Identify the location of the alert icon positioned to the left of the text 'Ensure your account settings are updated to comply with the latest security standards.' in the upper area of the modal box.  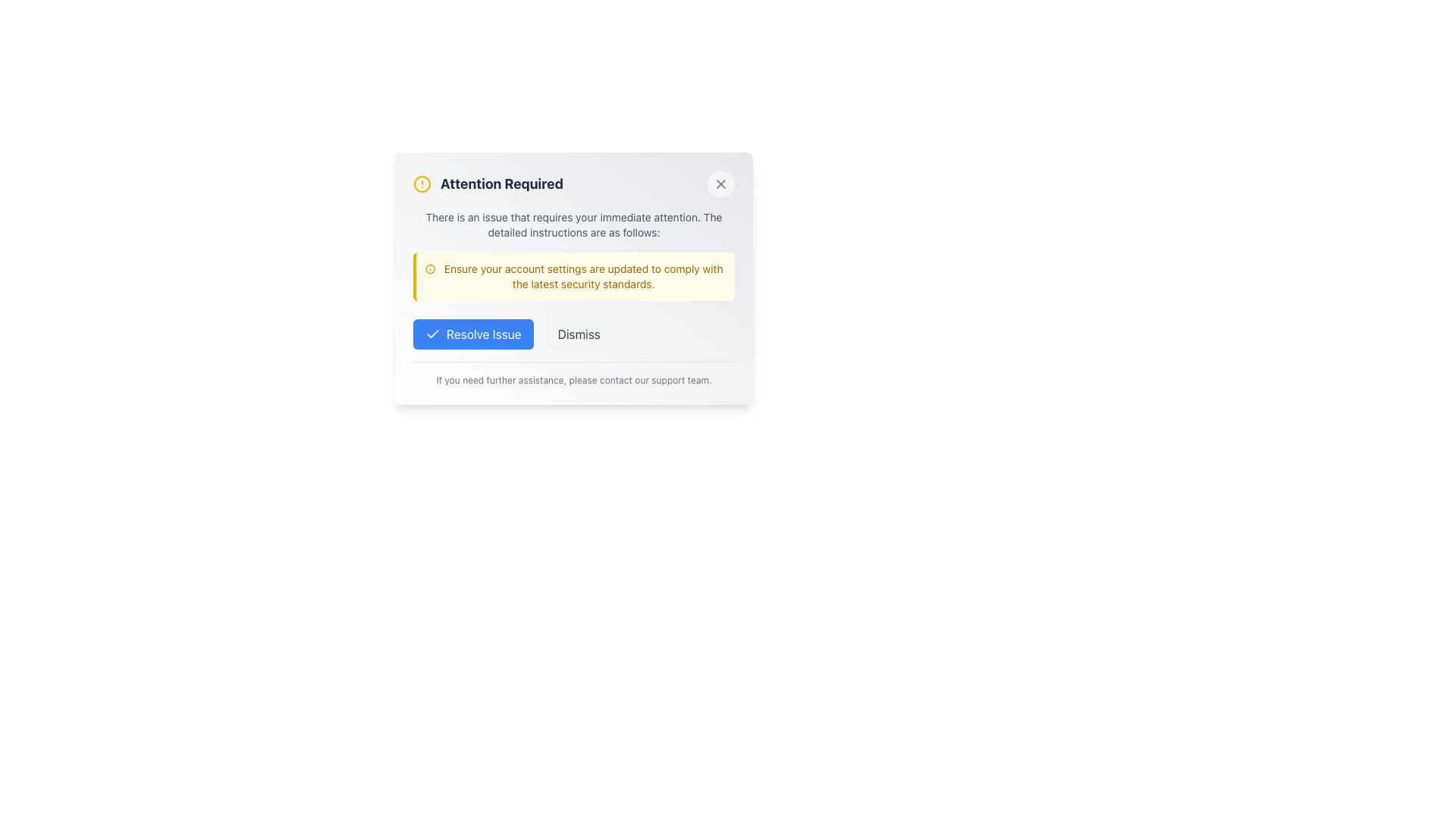
(429, 268).